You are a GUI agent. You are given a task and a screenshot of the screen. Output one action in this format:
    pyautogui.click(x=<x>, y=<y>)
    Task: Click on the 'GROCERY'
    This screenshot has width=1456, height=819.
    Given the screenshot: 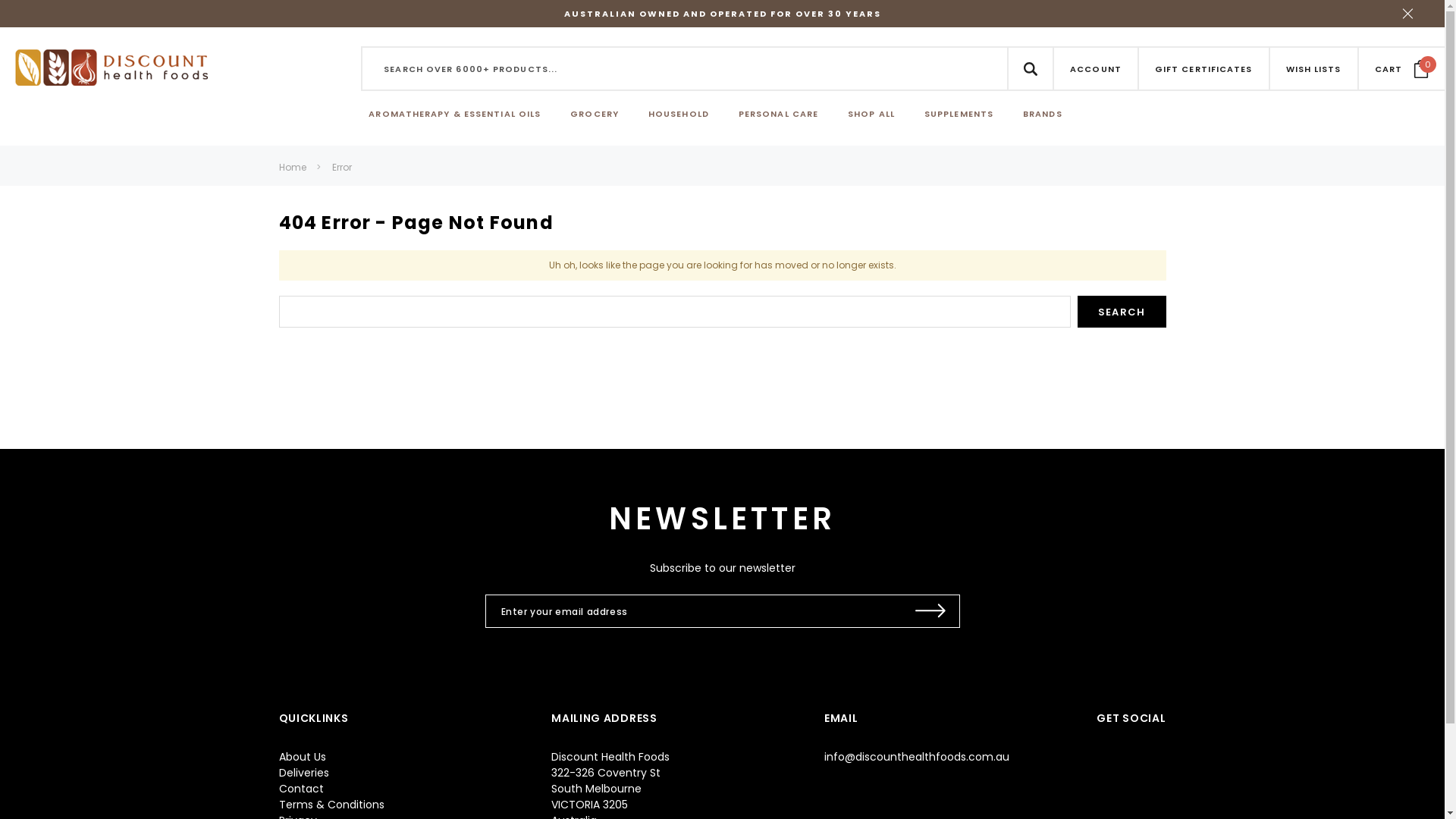 What is the action you would take?
    pyautogui.click(x=593, y=113)
    